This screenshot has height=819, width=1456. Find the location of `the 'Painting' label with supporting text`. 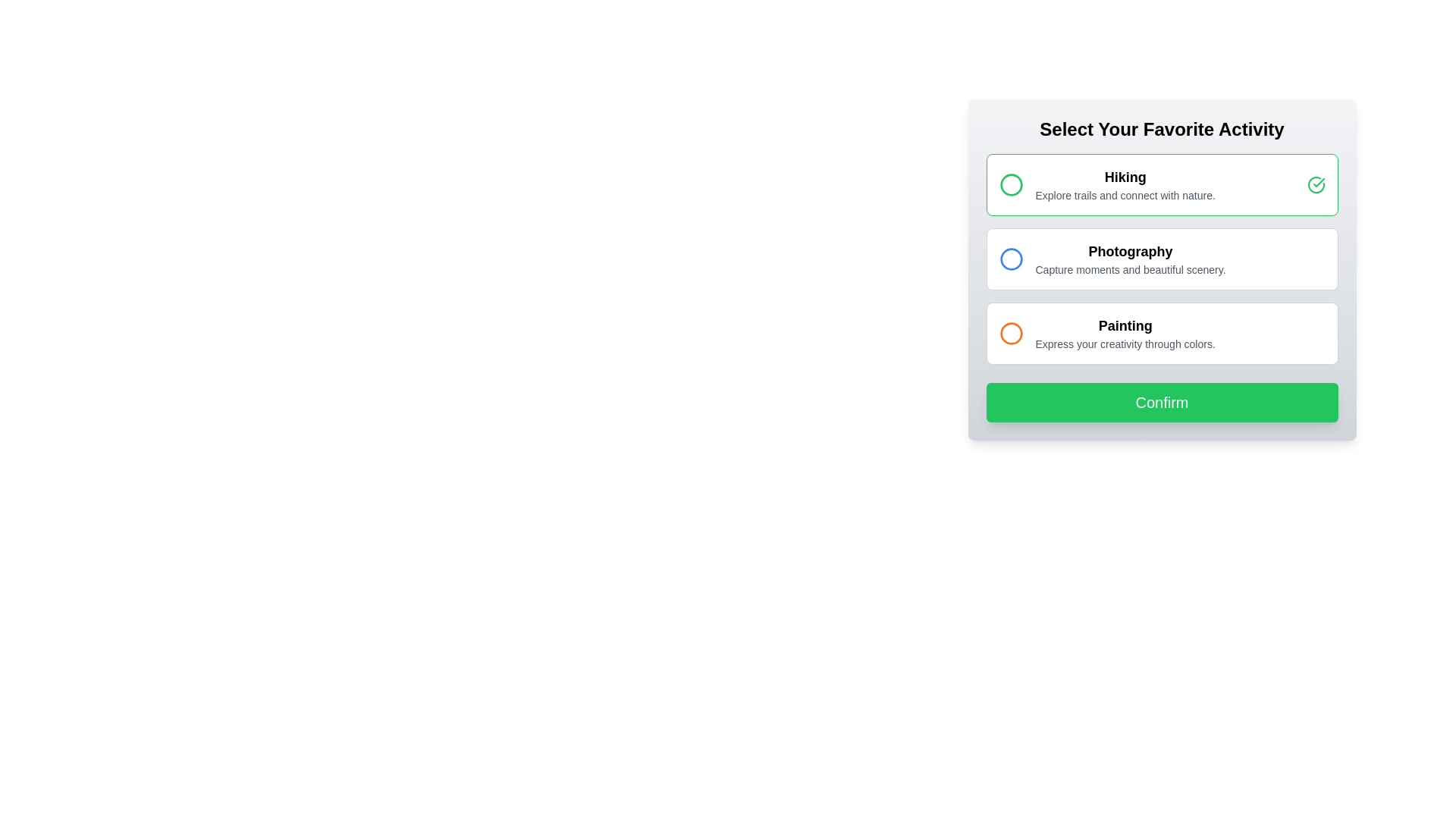

the 'Painting' label with supporting text is located at coordinates (1125, 332).